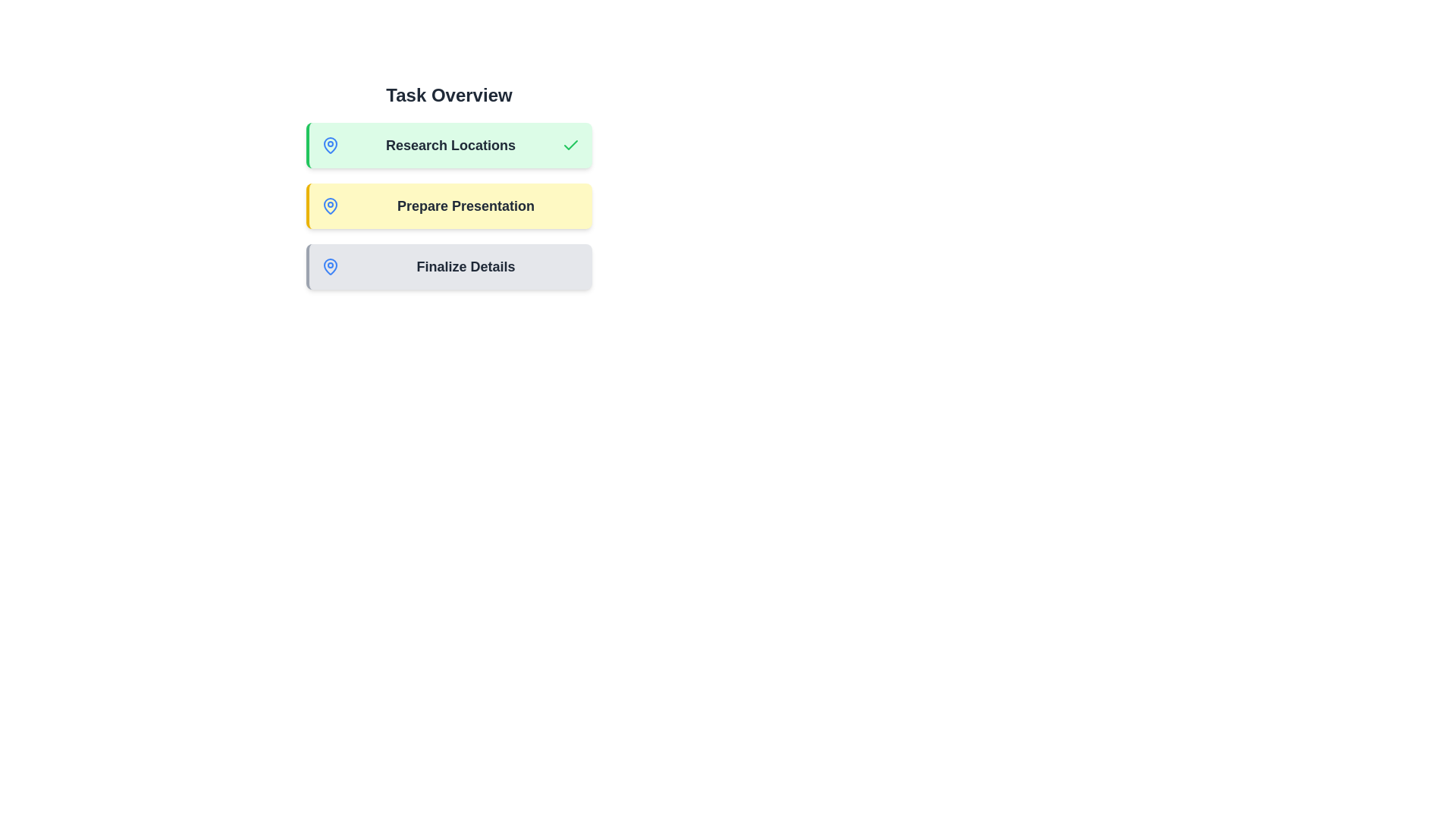 Image resolution: width=1456 pixels, height=819 pixels. What do you see at coordinates (330, 265) in the screenshot?
I see `the status indicator icon on the task chip for Finalize Details` at bounding box center [330, 265].